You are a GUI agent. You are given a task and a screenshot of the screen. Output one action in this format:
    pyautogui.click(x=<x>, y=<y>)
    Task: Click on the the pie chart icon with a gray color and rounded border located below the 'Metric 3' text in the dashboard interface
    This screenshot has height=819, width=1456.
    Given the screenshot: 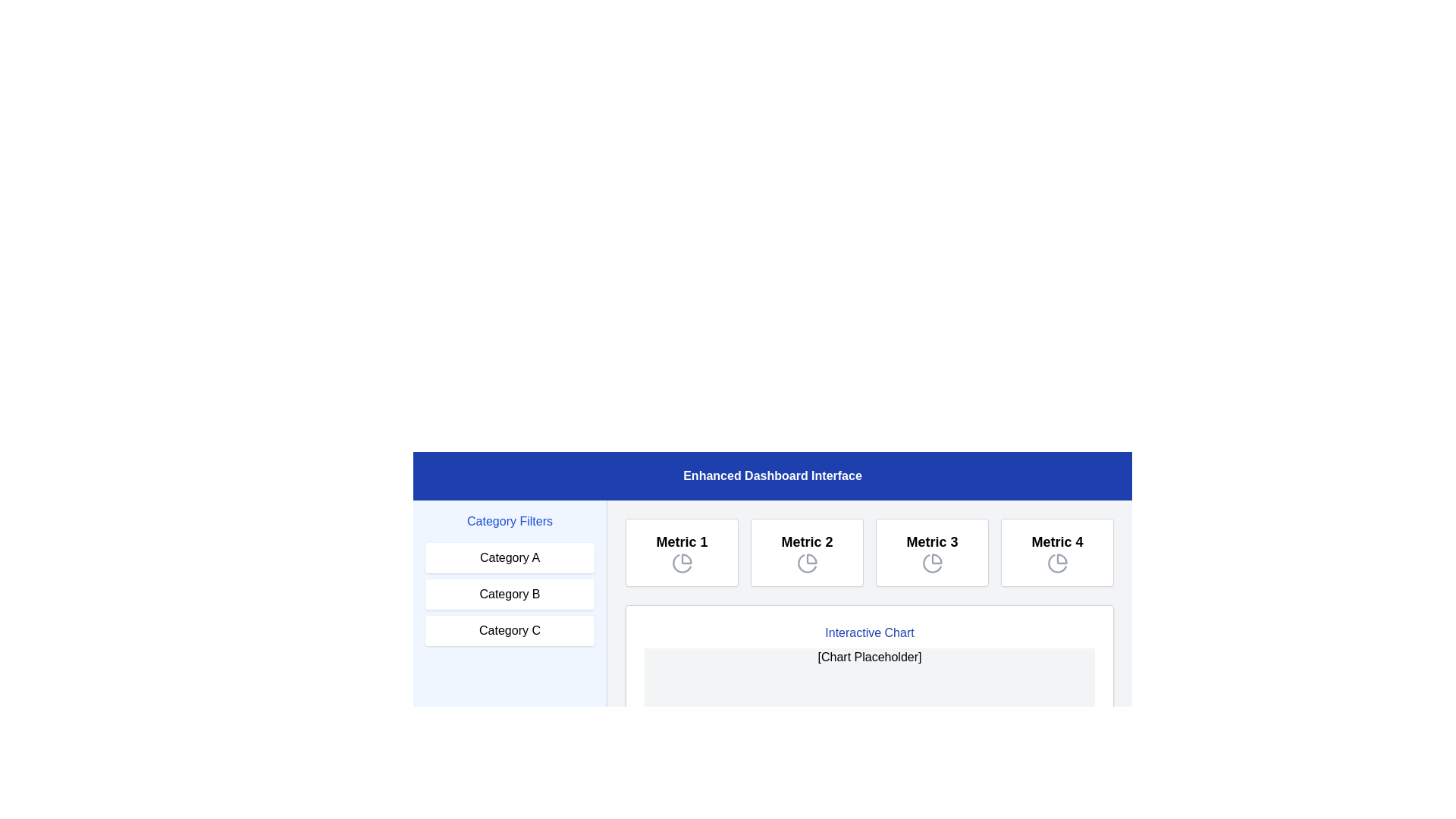 What is the action you would take?
    pyautogui.click(x=931, y=563)
    